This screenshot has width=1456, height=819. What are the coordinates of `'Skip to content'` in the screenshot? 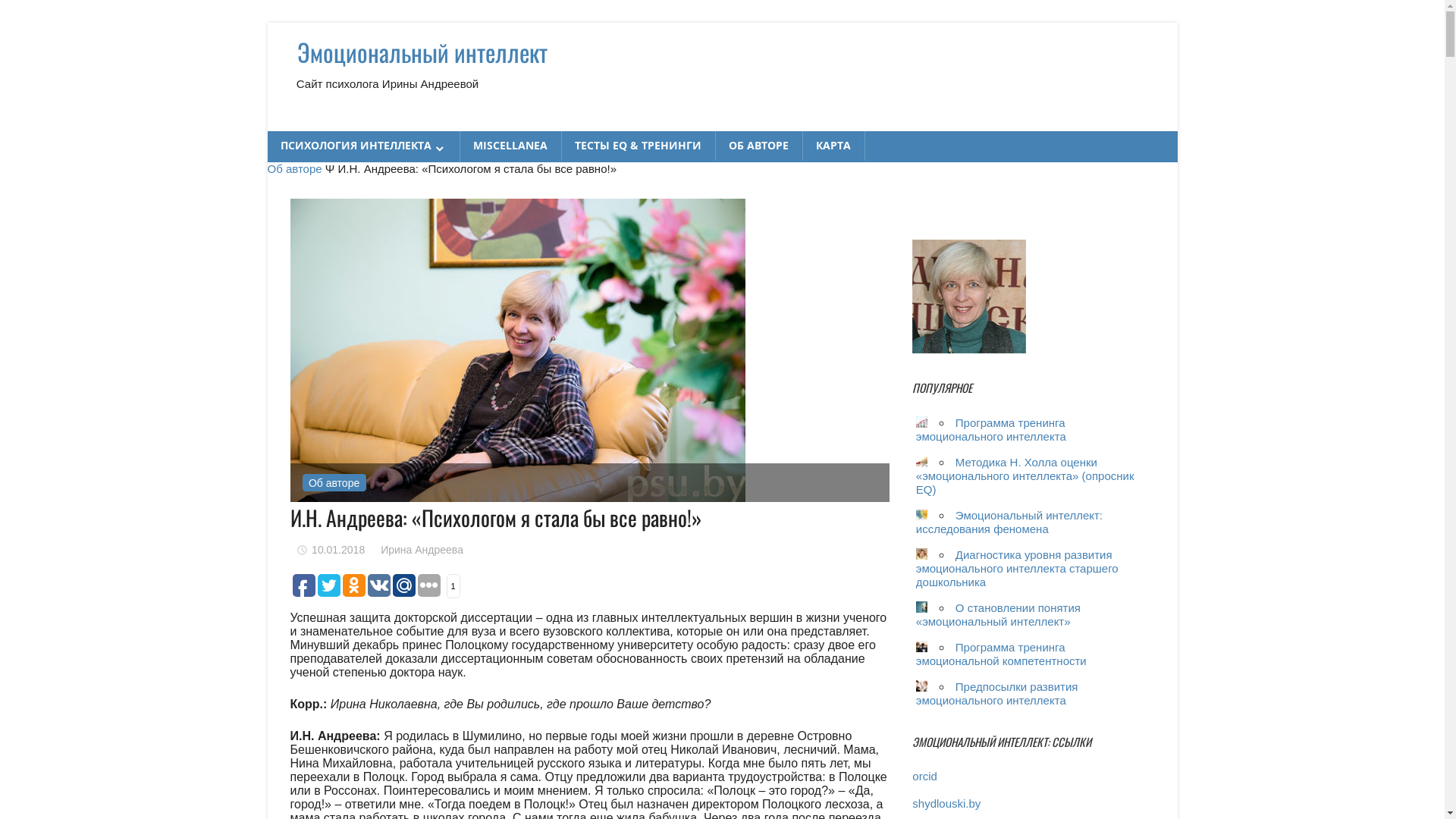 It's located at (267, 22).